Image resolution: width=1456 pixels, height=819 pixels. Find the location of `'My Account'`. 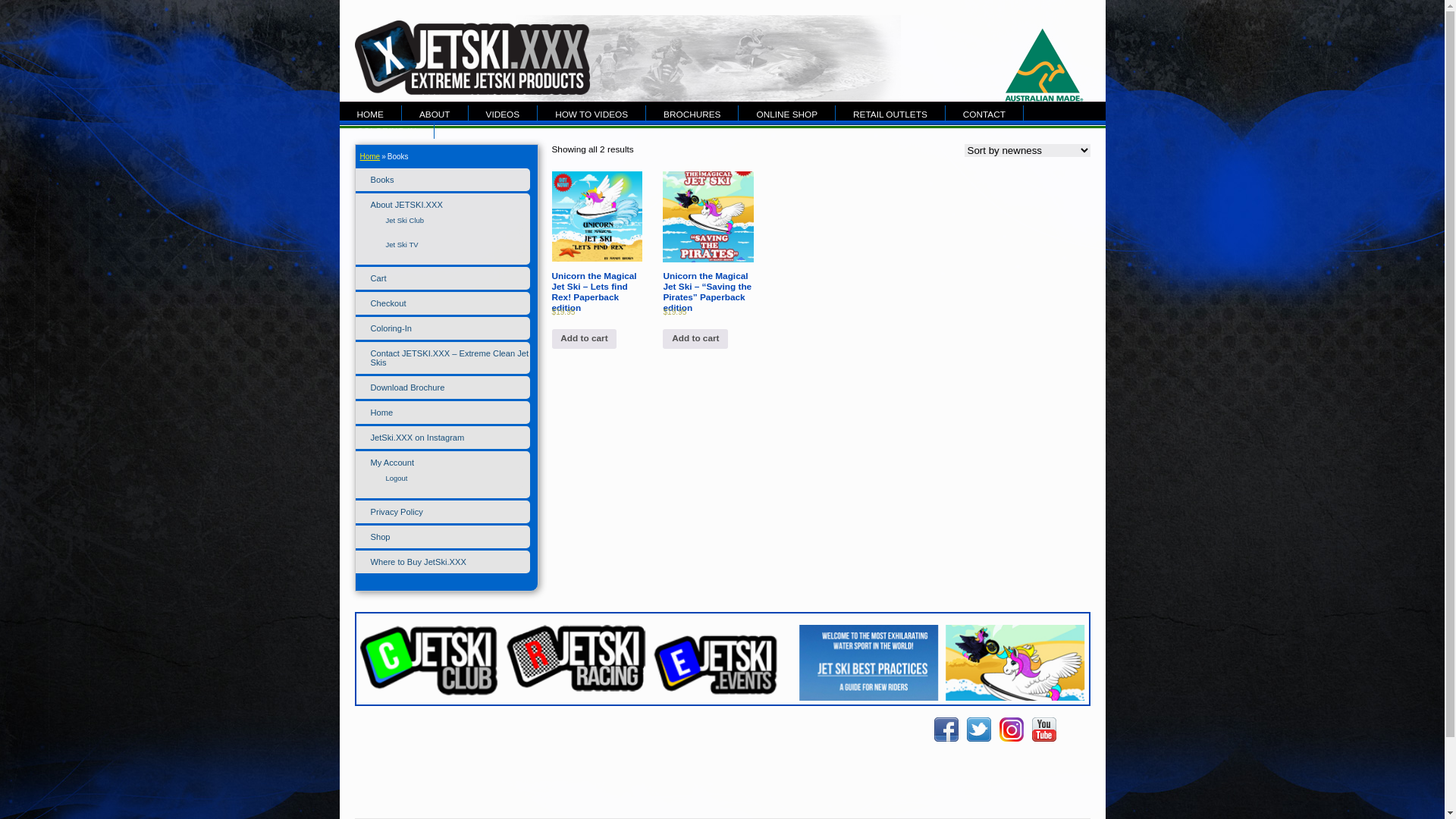

'My Account' is located at coordinates (392, 461).